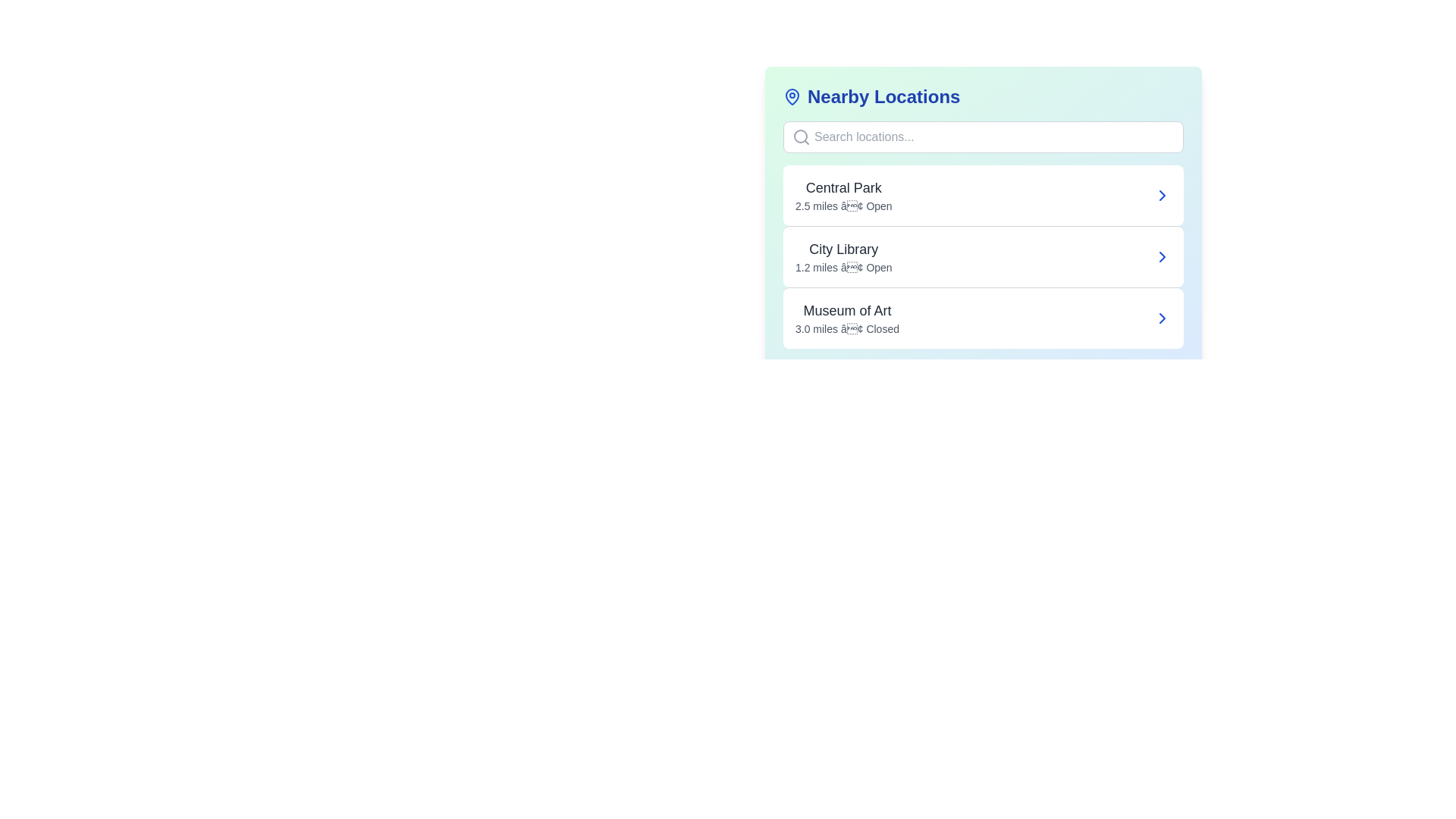 The width and height of the screenshot is (1456, 819). I want to click on the 'City Library' text label, which is a bold, medium-sized dark gray font located in the second list item of the 'Nearby Locations' section, so click(843, 248).